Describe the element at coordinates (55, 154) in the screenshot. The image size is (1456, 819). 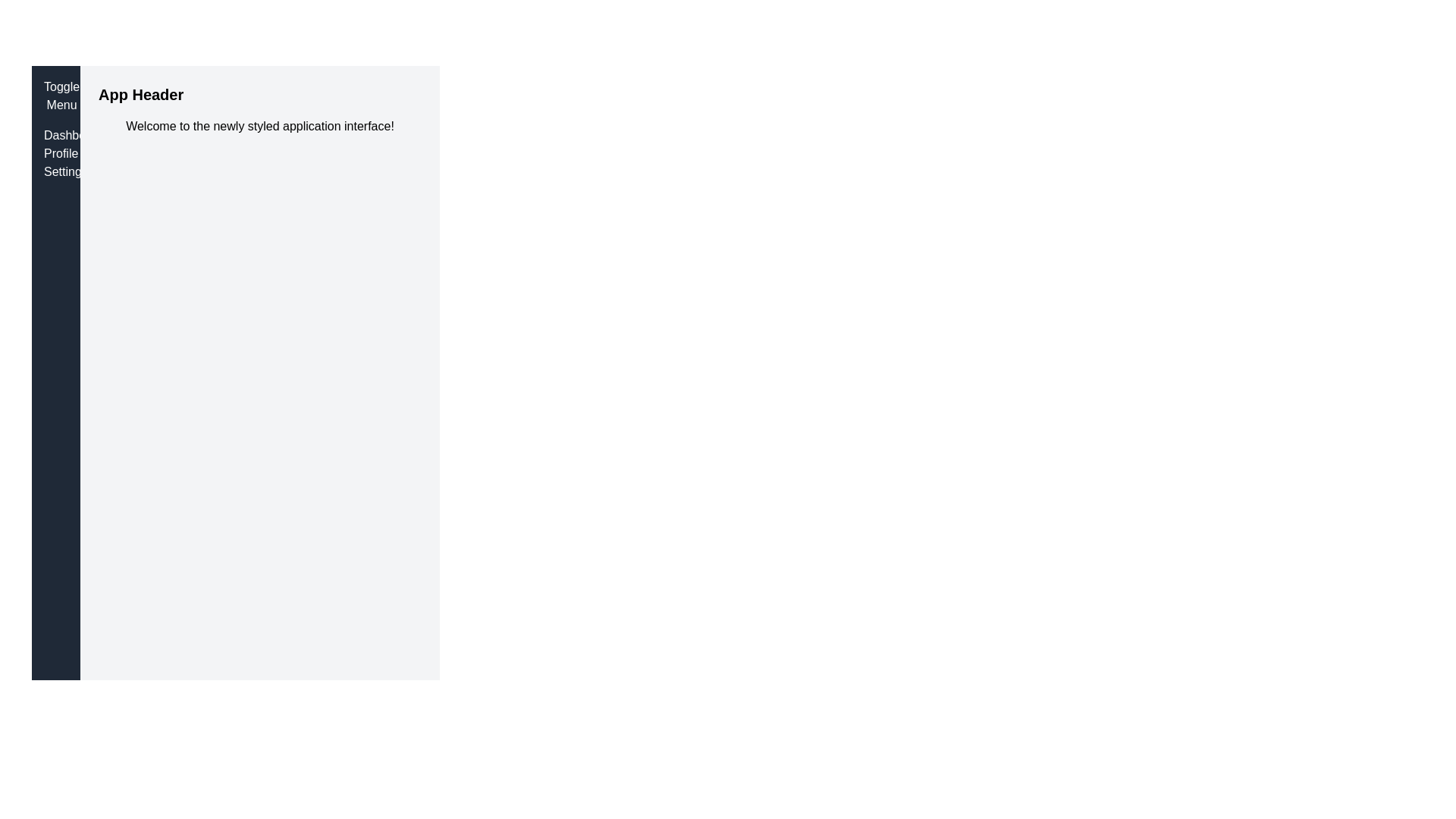
I see `the 'Profile' navigation label, which is the second item in the sidebar stack` at that location.